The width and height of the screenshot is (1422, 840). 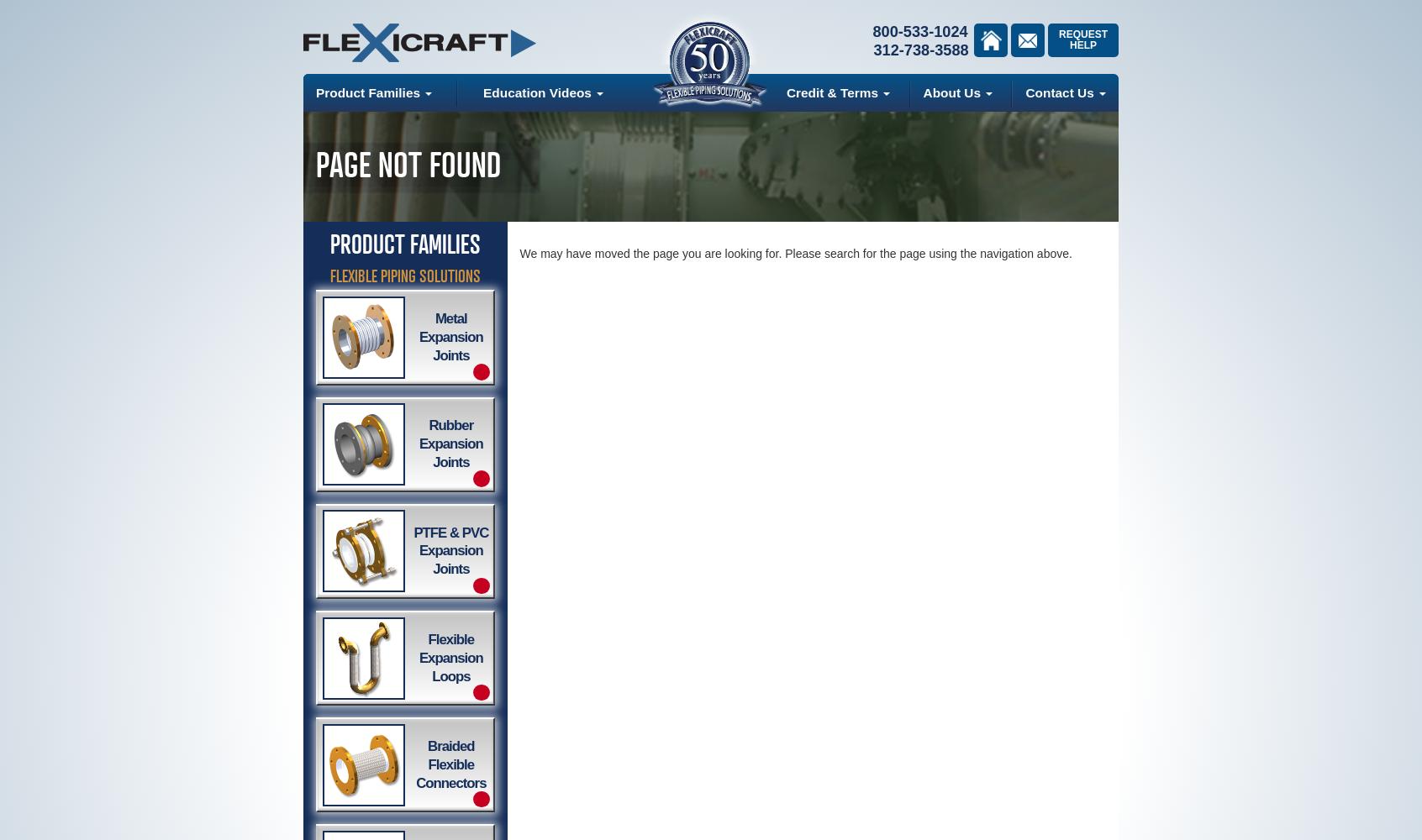 What do you see at coordinates (1081, 39) in the screenshot?
I see `'Request Help'` at bounding box center [1081, 39].